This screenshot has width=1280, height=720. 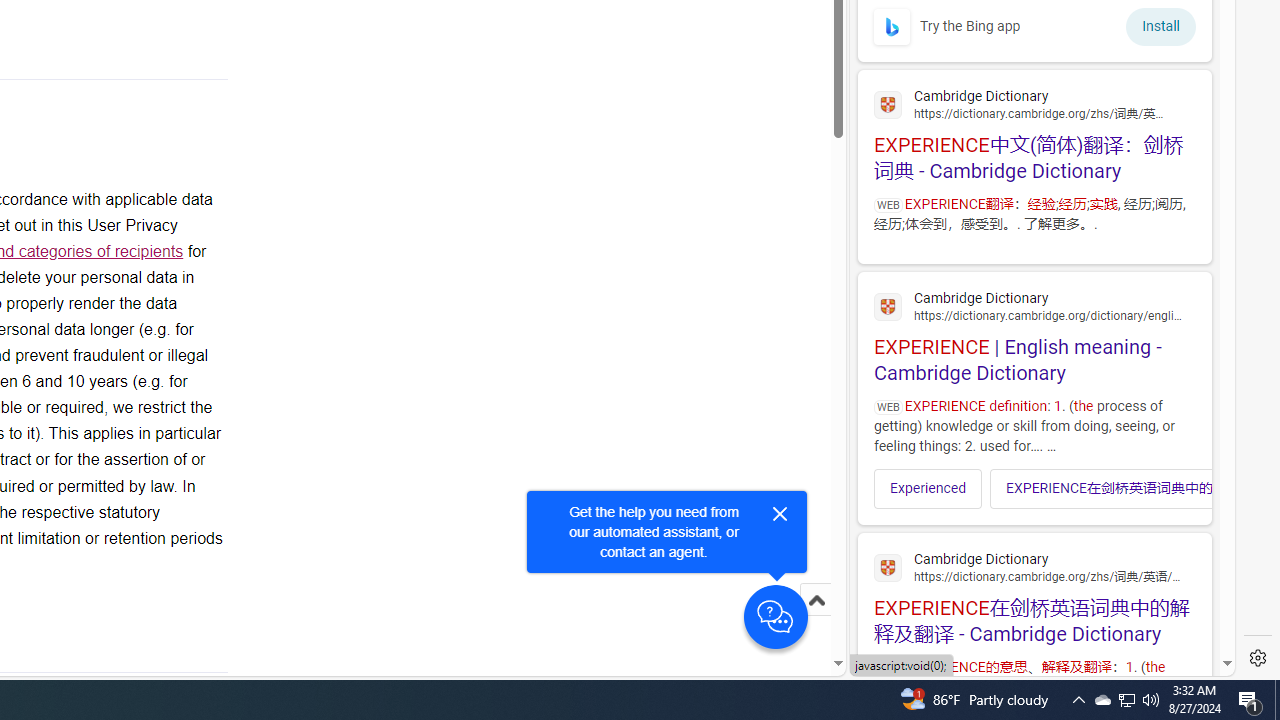 What do you see at coordinates (1034, 333) in the screenshot?
I see `'EXPERIENCE | English meaning - Cambridge Dictionary'` at bounding box center [1034, 333].